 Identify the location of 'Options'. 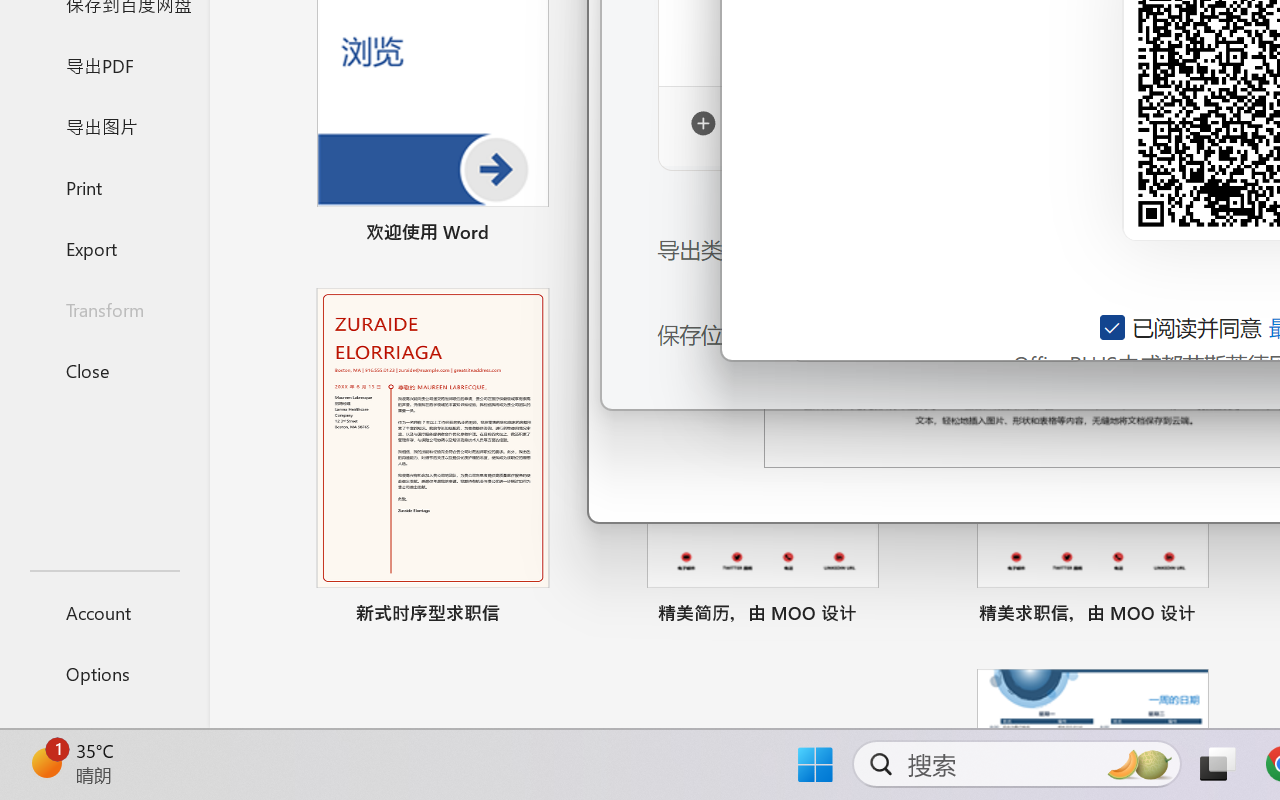
(103, 673).